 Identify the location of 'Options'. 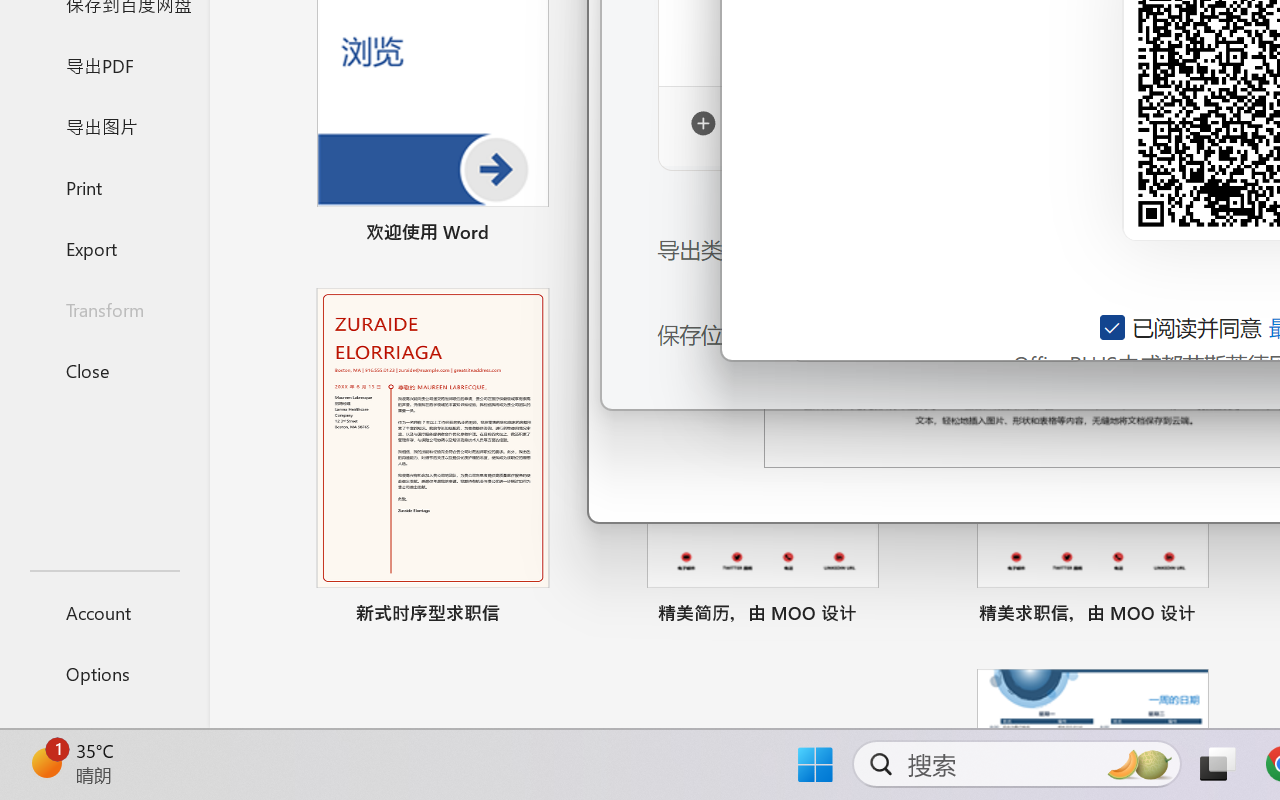
(103, 673).